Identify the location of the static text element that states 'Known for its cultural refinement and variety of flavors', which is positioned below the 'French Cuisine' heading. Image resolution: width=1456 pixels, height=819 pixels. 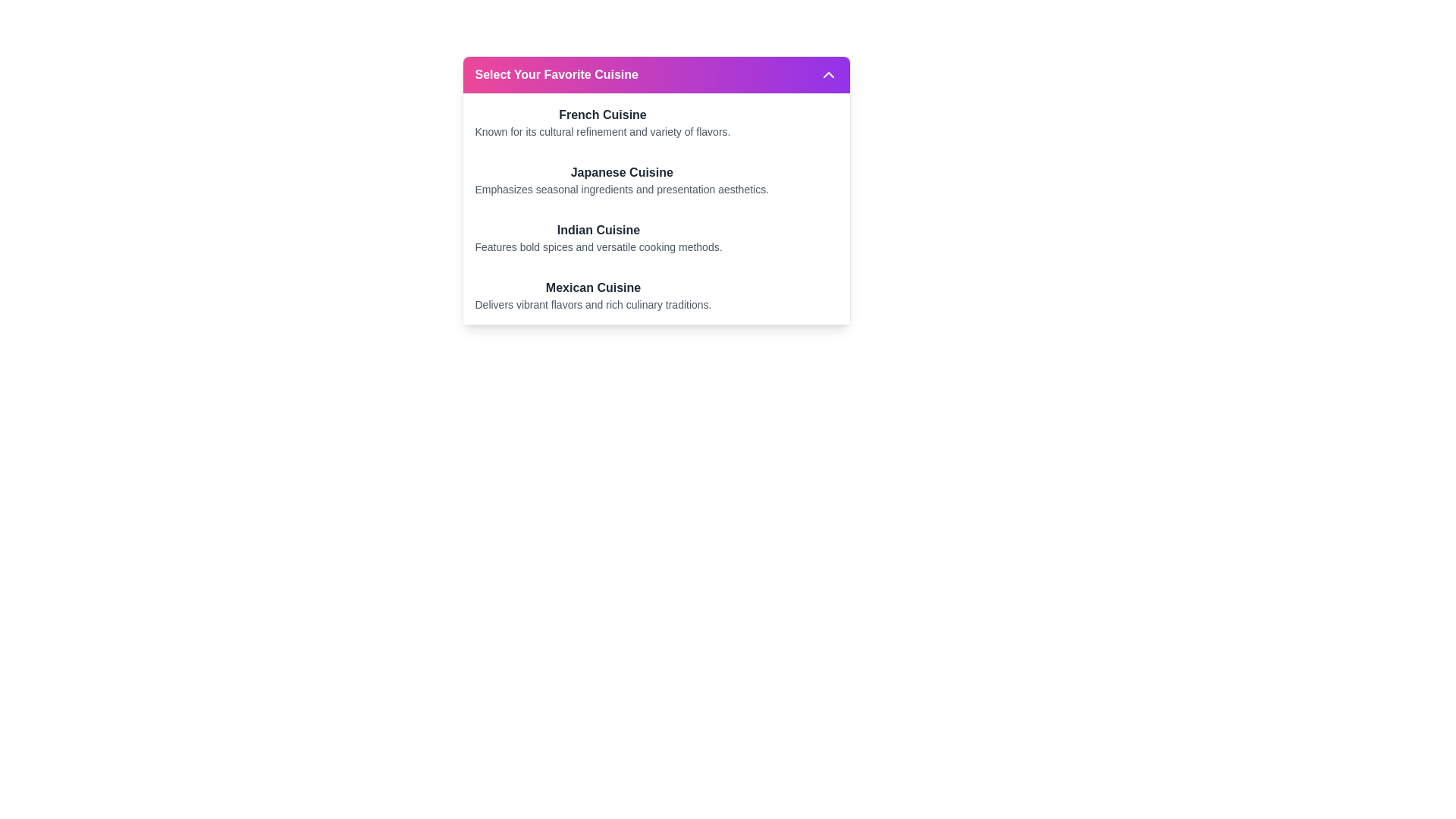
(601, 130).